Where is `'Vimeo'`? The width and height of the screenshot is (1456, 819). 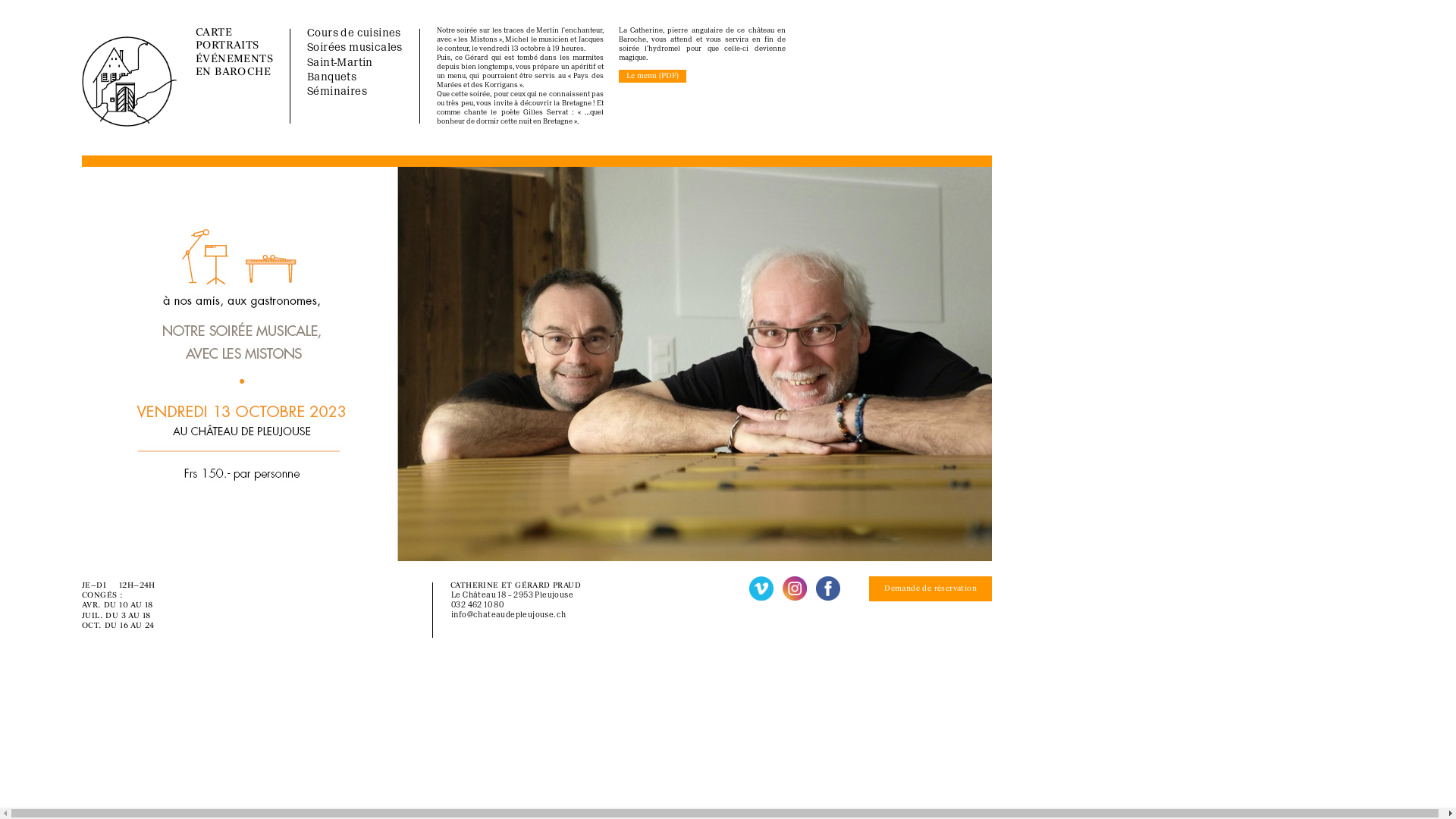 'Vimeo' is located at coordinates (761, 587).